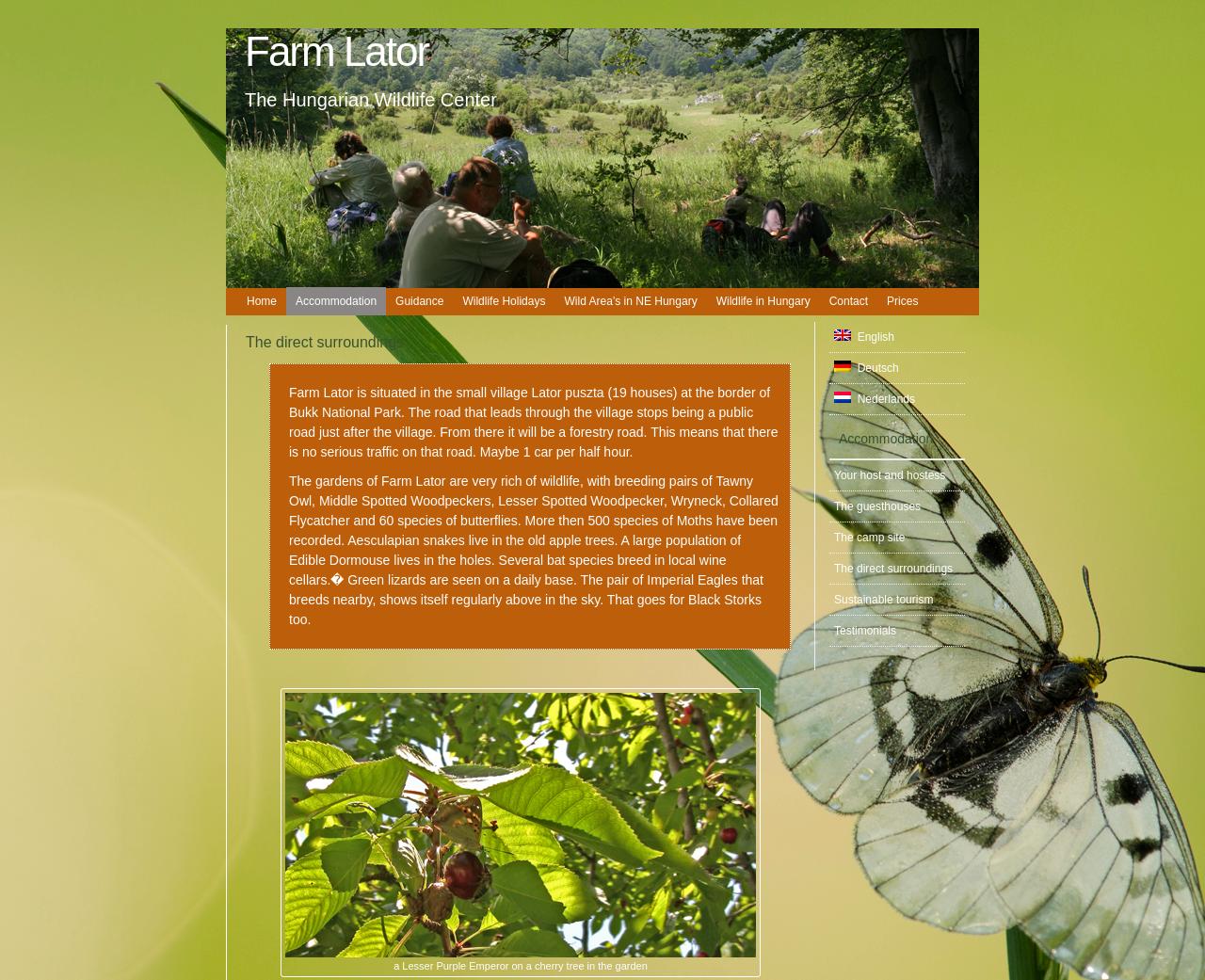  Describe the element at coordinates (885, 437) in the screenshot. I see `'Accommodation'` at that location.